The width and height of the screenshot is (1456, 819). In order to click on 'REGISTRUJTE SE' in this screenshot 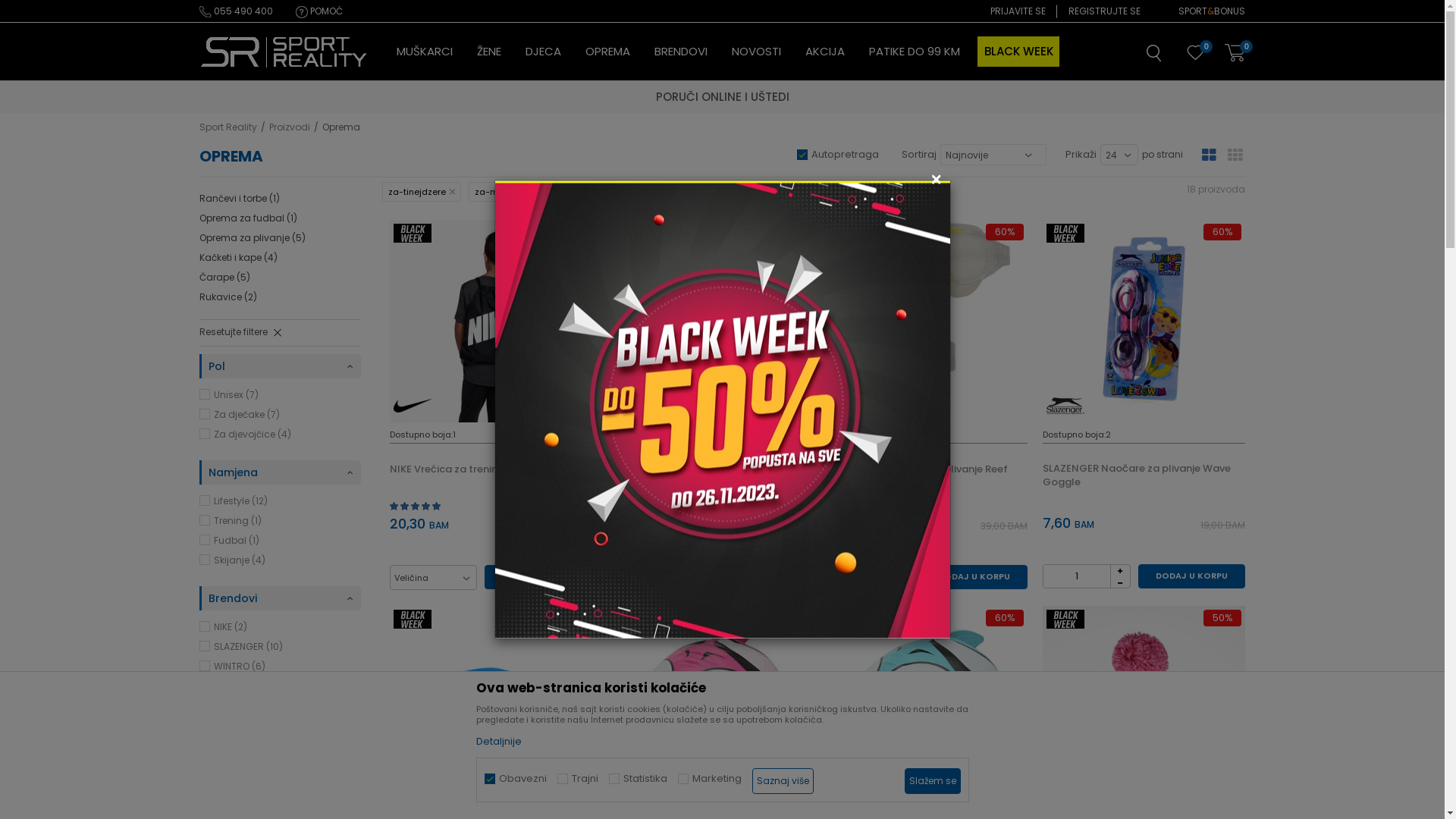, I will do `click(1104, 11)`.